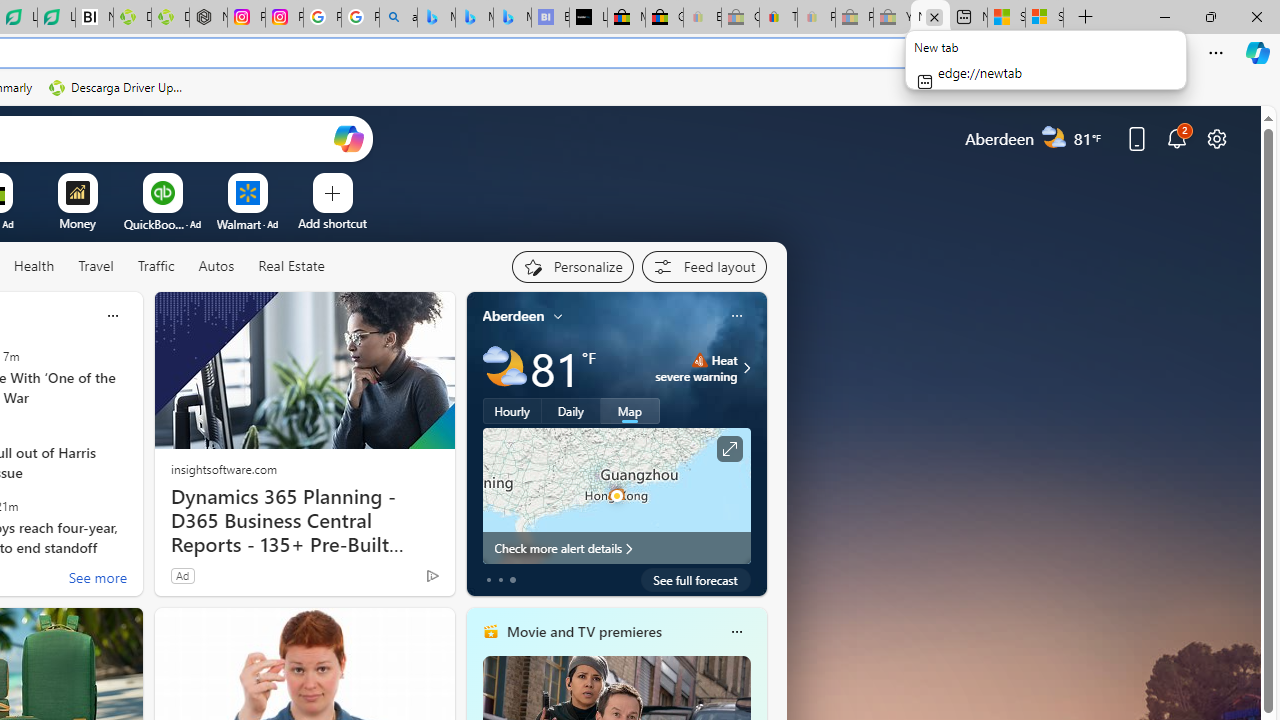  Describe the element at coordinates (500, 579) in the screenshot. I see `'tab-1'` at that location.